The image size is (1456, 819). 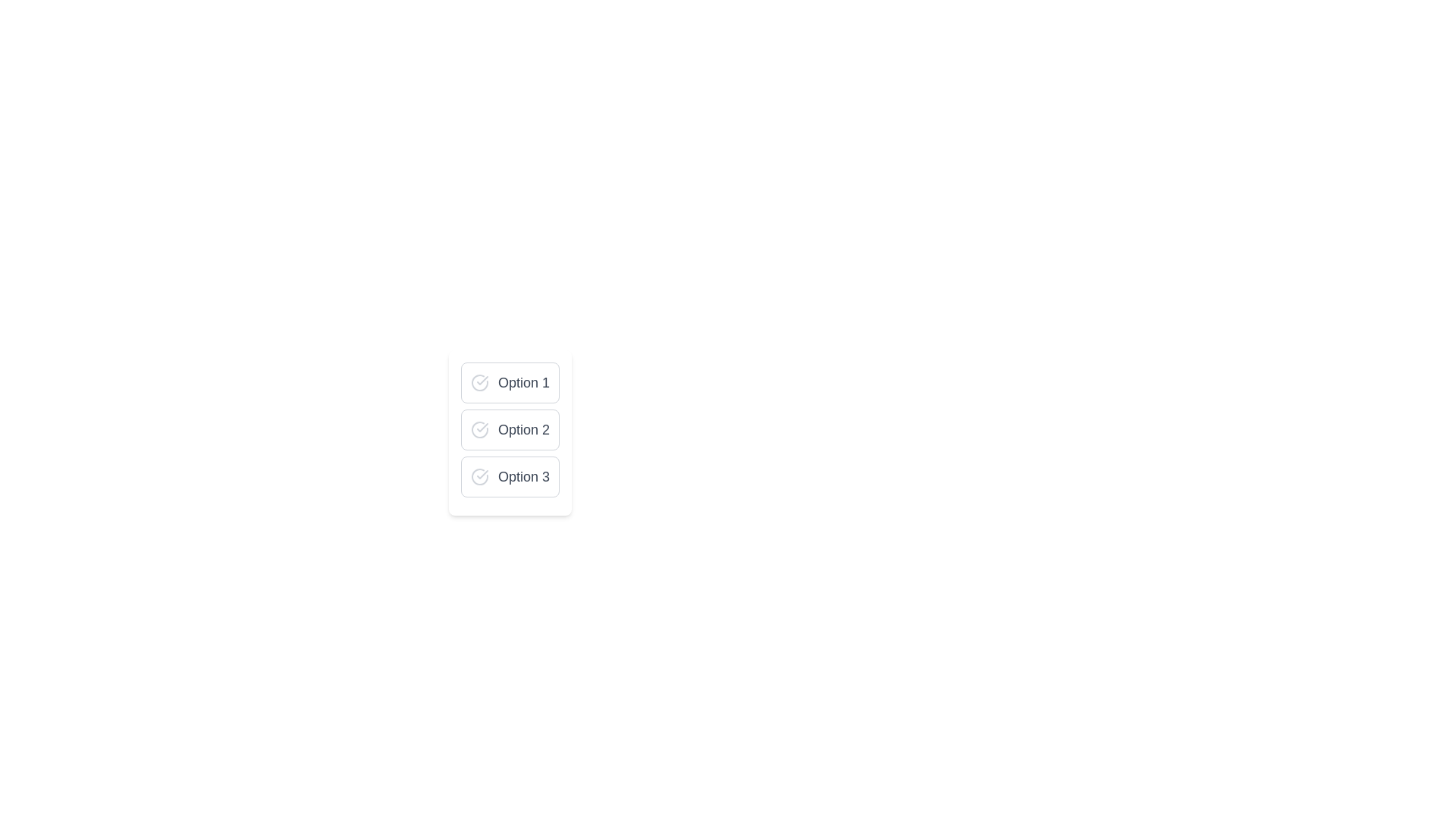 What do you see at coordinates (479, 430) in the screenshot?
I see `the checkmark icon indicating the selection state for 'Option 2', which is located to the left of the text label in the option panel` at bounding box center [479, 430].